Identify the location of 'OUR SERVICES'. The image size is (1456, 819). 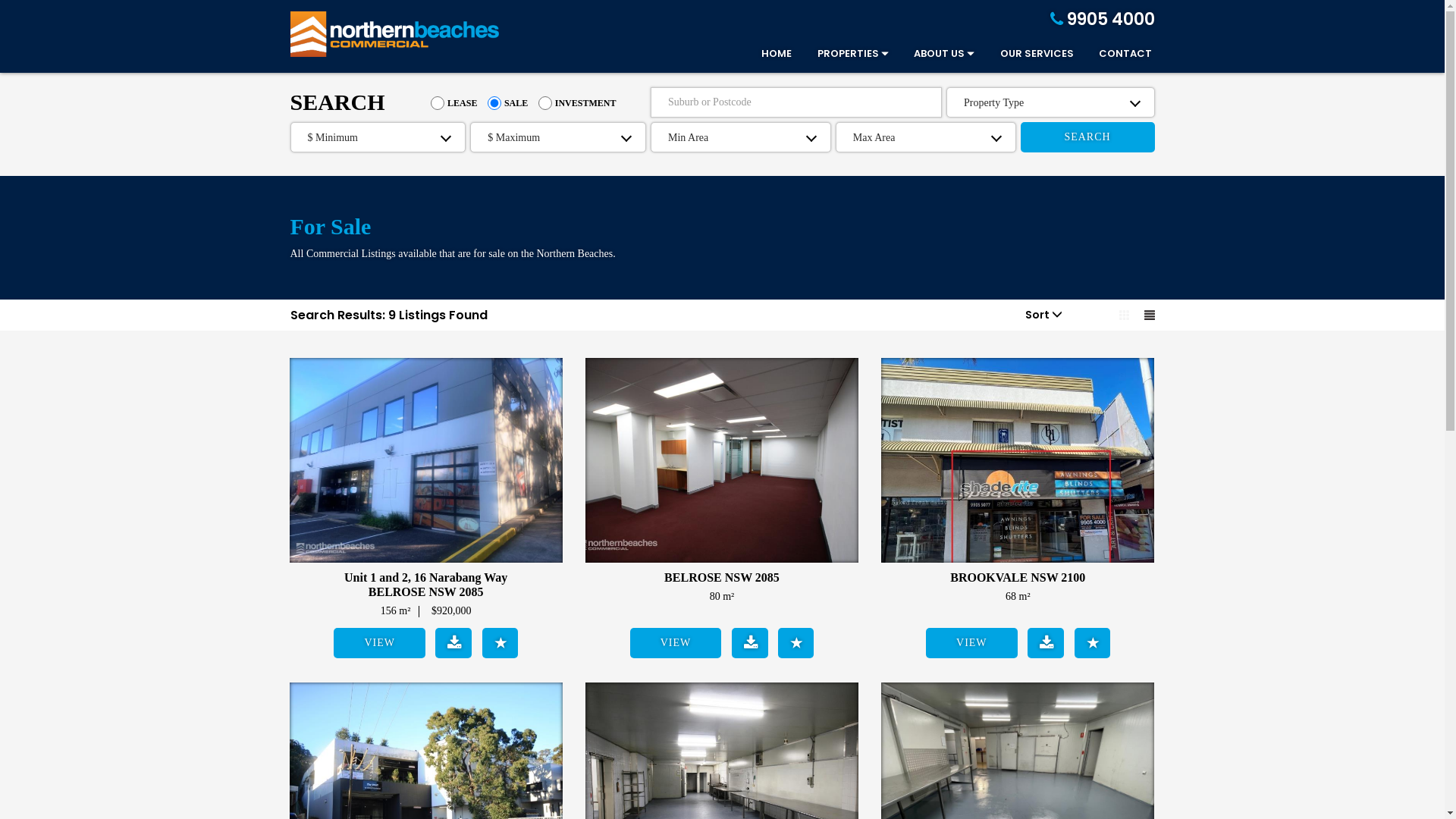
(976, 55).